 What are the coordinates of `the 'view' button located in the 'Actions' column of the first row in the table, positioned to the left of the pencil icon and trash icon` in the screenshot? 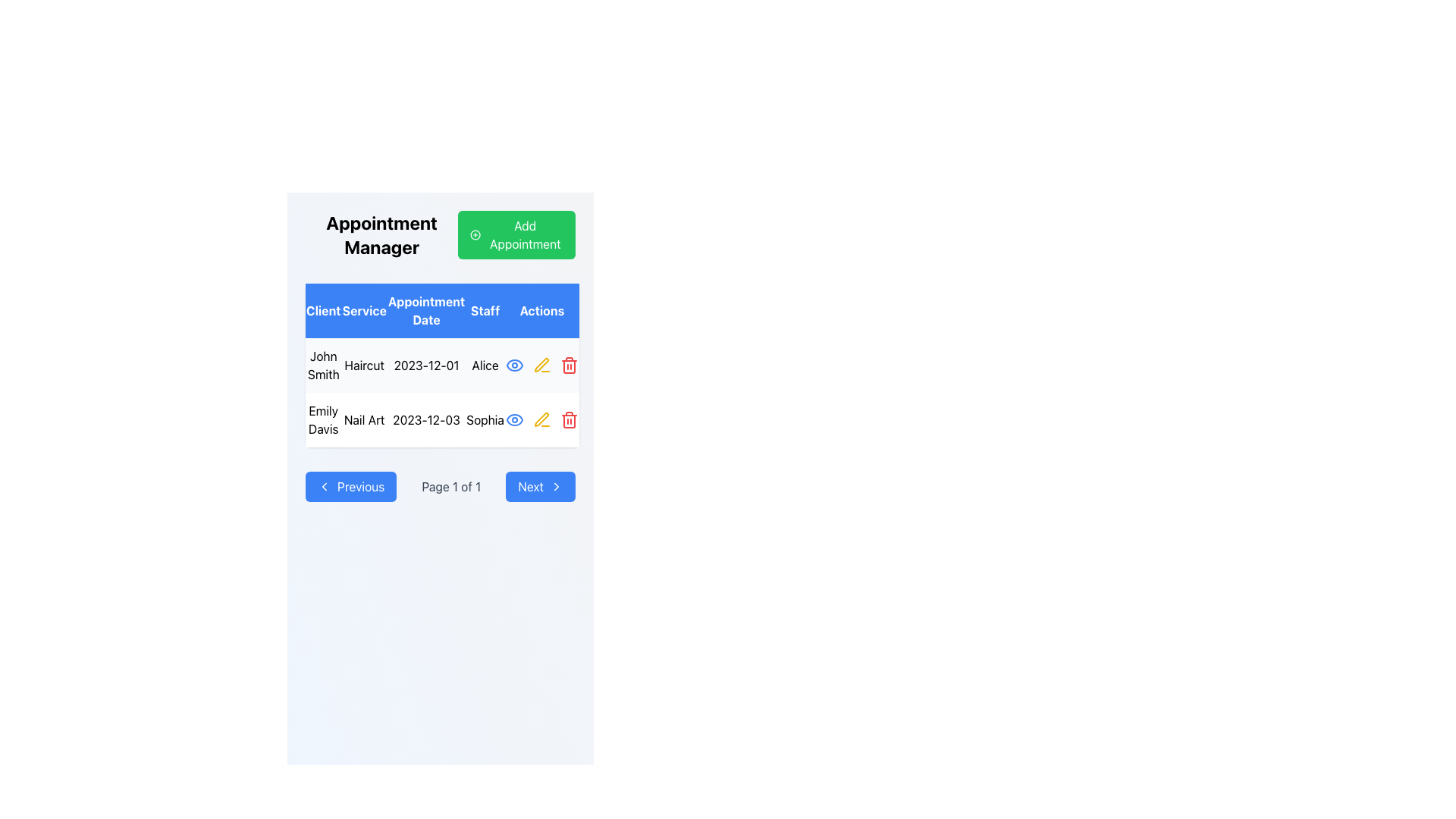 It's located at (514, 366).